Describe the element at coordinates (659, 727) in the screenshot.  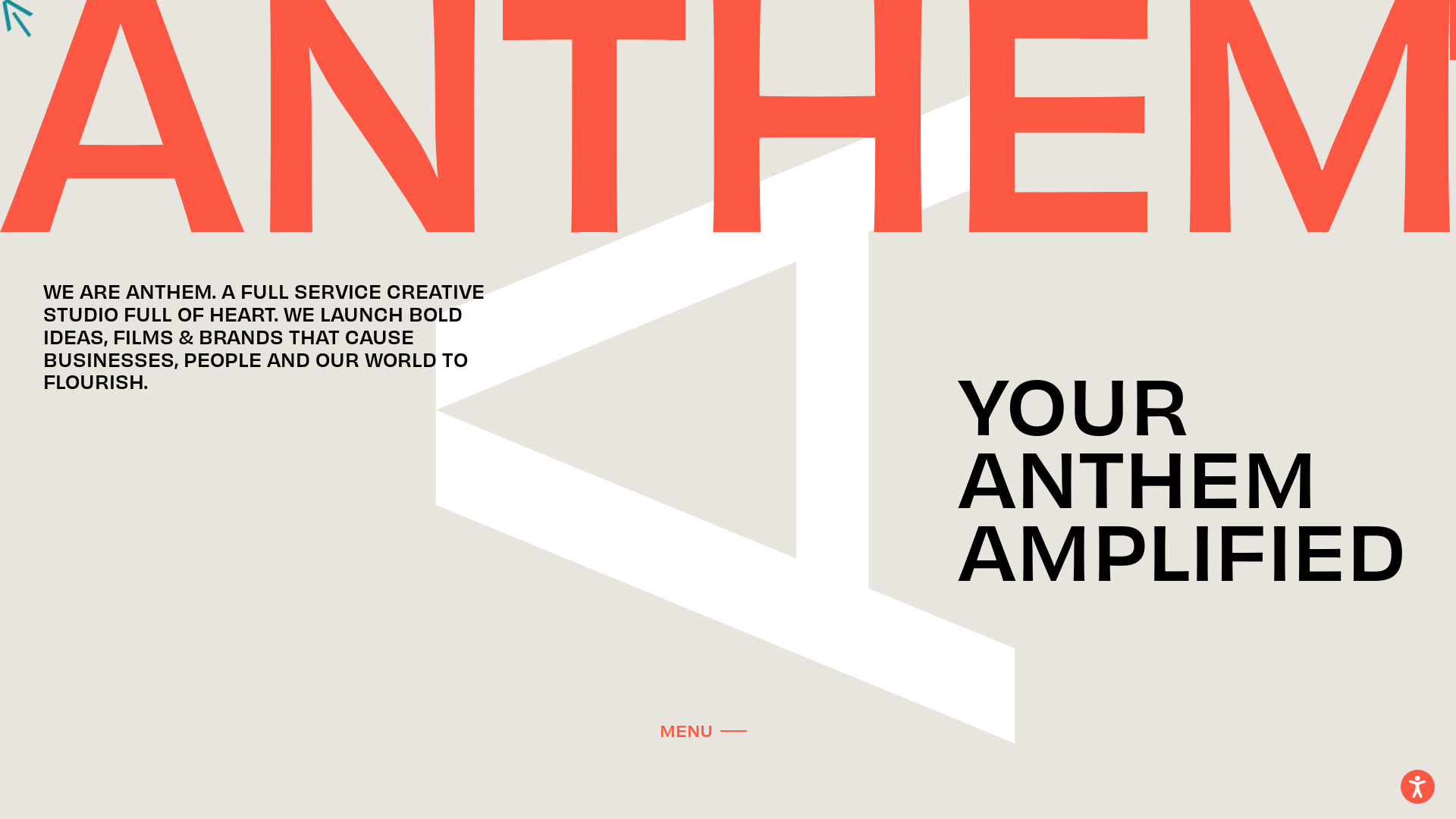
I see `'MENU'` at that location.